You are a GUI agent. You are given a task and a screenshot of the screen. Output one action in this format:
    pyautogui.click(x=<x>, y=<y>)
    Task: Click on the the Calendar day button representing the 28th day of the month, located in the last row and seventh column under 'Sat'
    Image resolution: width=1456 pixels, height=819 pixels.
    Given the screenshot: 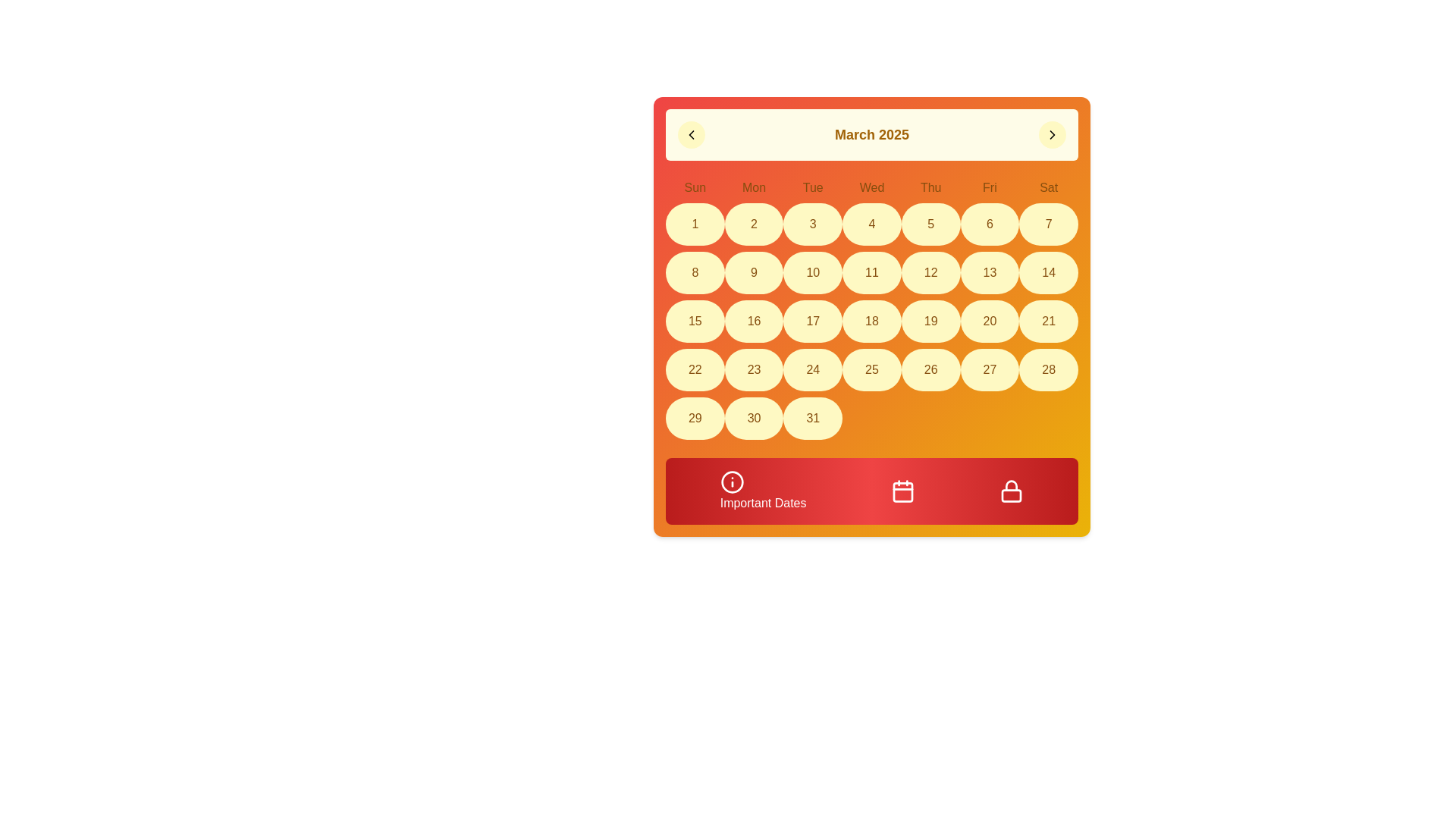 What is the action you would take?
    pyautogui.click(x=1047, y=370)
    